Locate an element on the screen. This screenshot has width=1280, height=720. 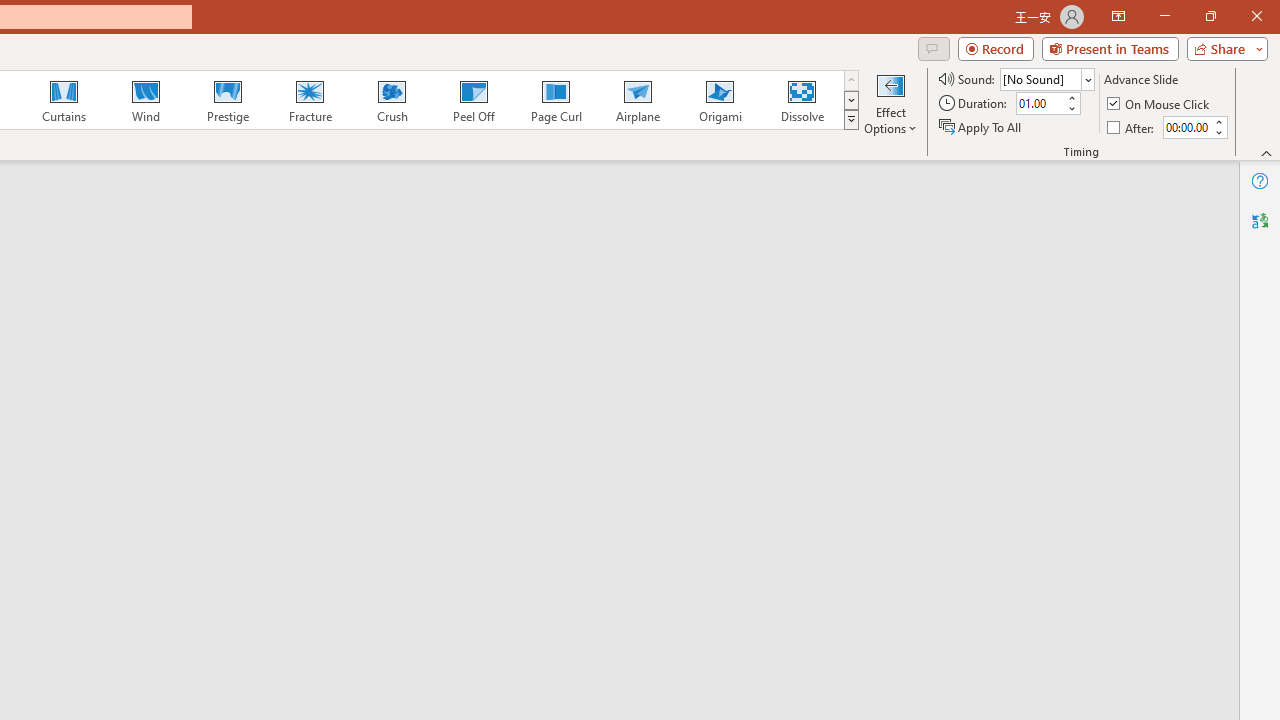
'On Mouse Click' is located at coordinates (1159, 103).